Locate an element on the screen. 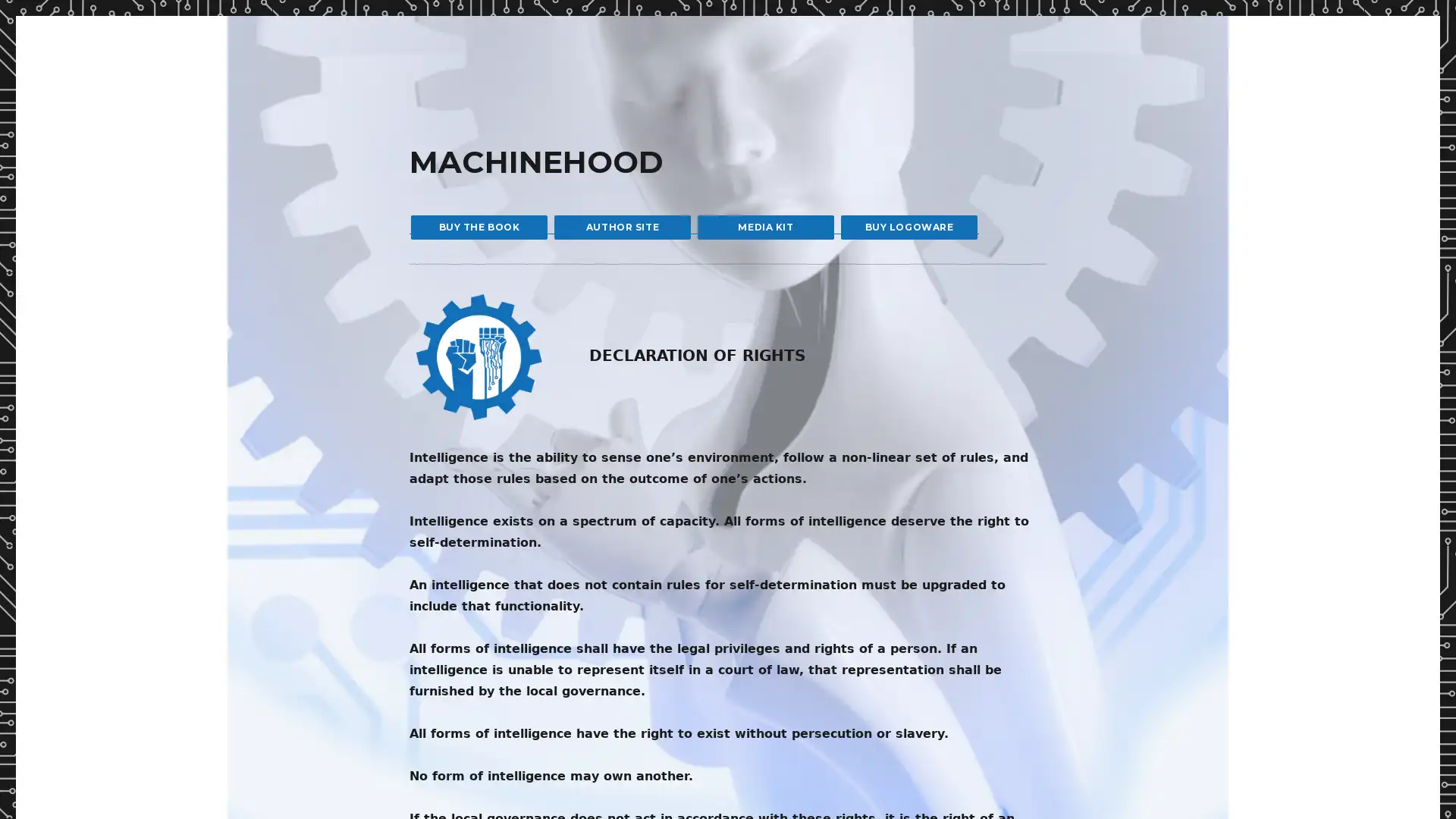  BUY THE BOOK is located at coordinates (479, 227).